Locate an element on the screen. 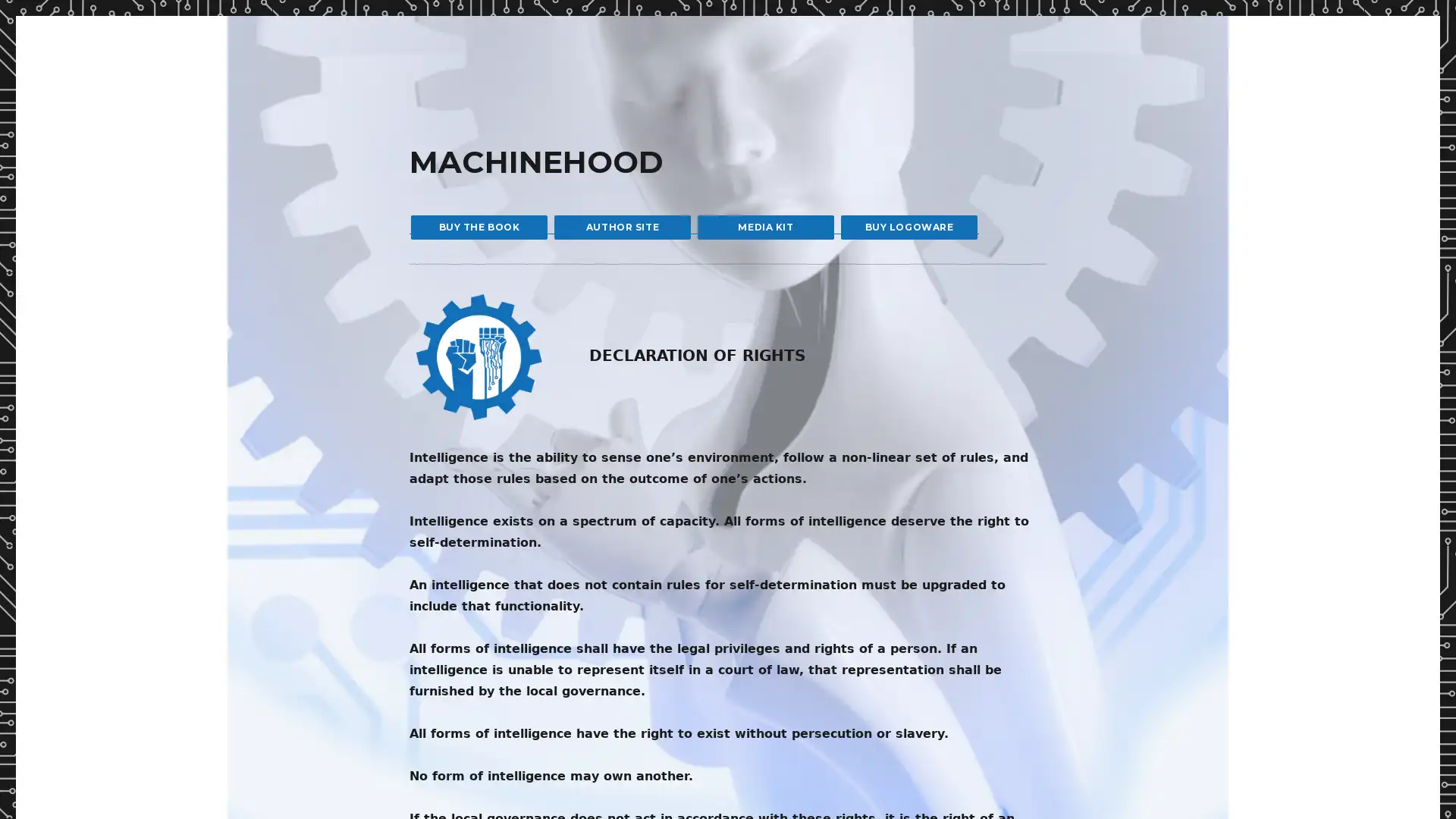  BUY THE BOOK is located at coordinates (479, 227).